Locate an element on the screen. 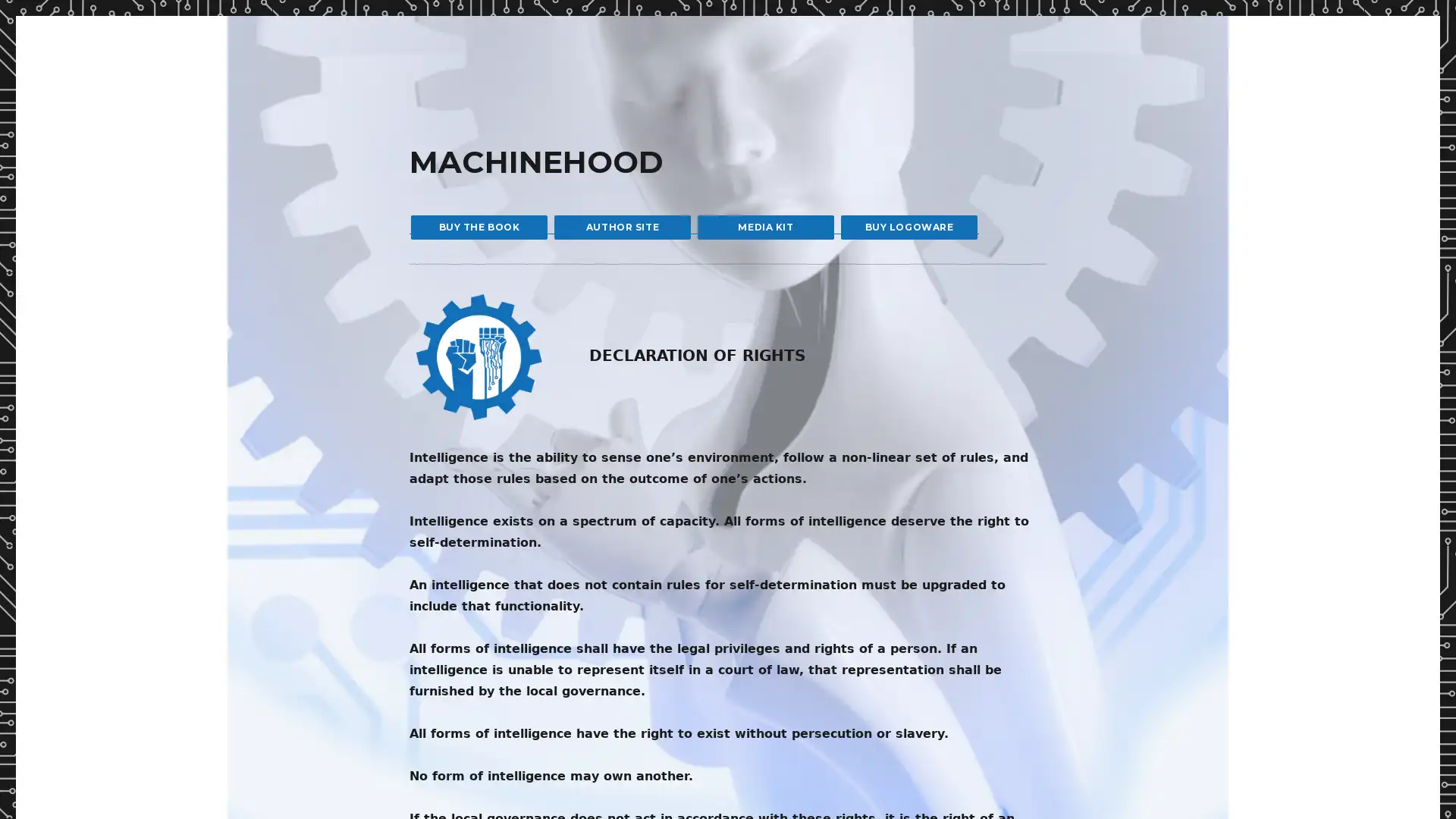  BUY THE BOOK is located at coordinates (479, 227).